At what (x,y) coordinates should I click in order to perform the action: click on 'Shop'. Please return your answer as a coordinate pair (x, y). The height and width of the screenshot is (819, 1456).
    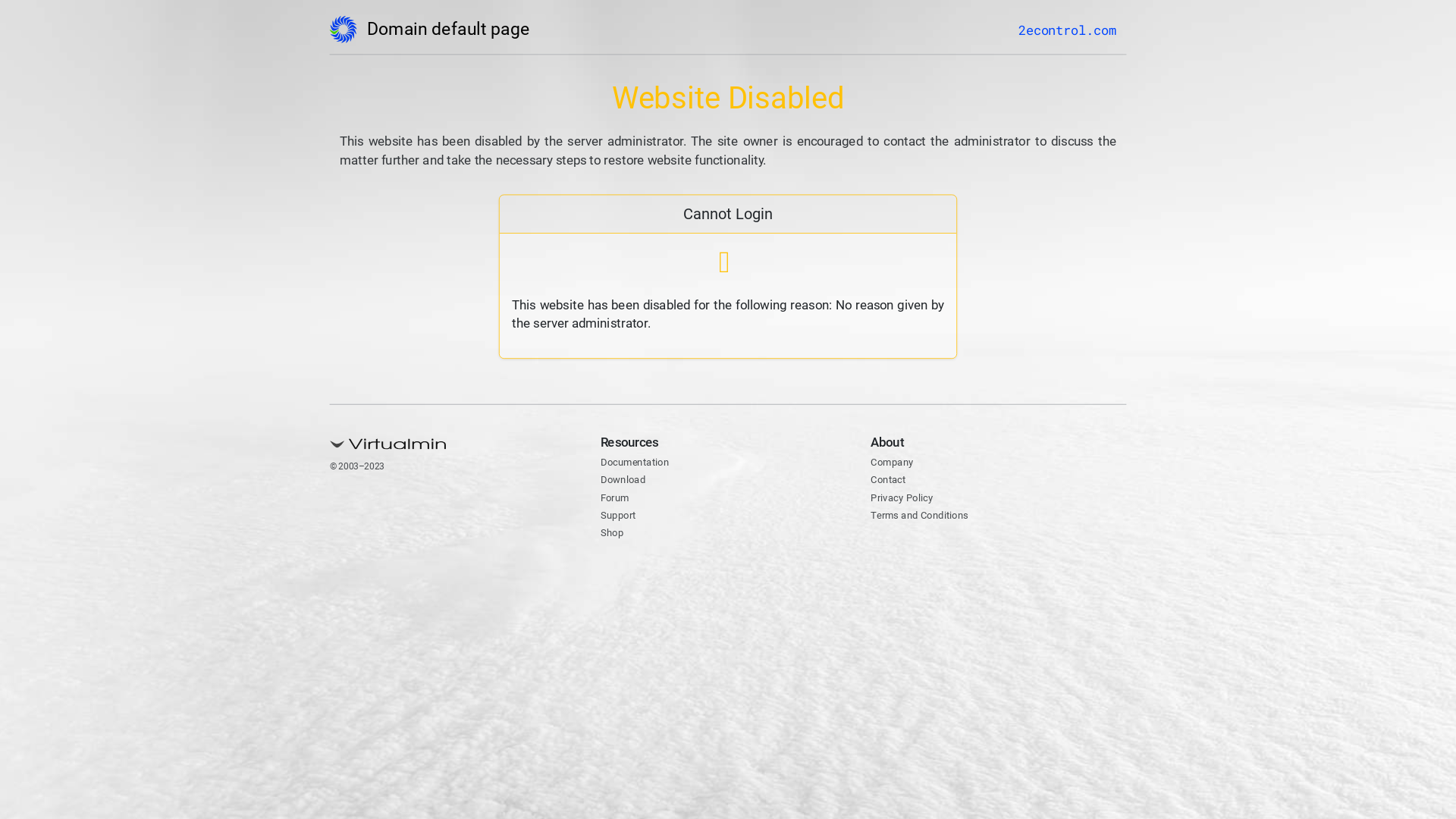
    Looking at the image, I should click on (614, 533).